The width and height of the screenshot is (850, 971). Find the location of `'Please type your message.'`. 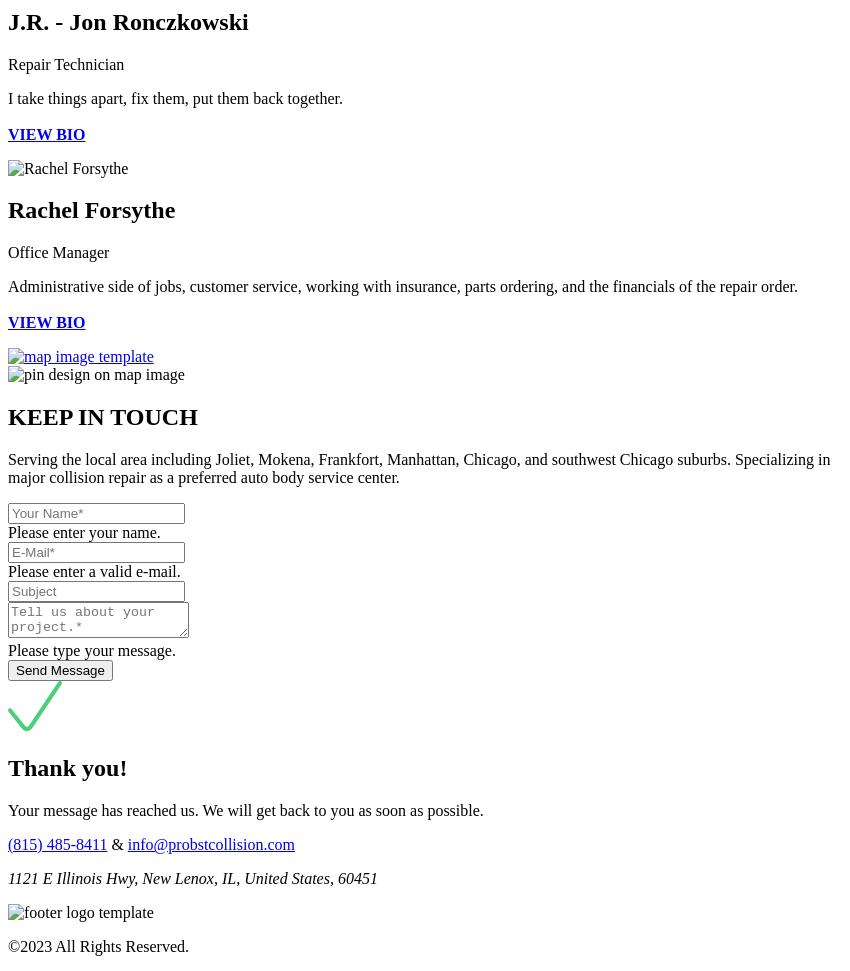

'Please type your message.' is located at coordinates (90, 650).